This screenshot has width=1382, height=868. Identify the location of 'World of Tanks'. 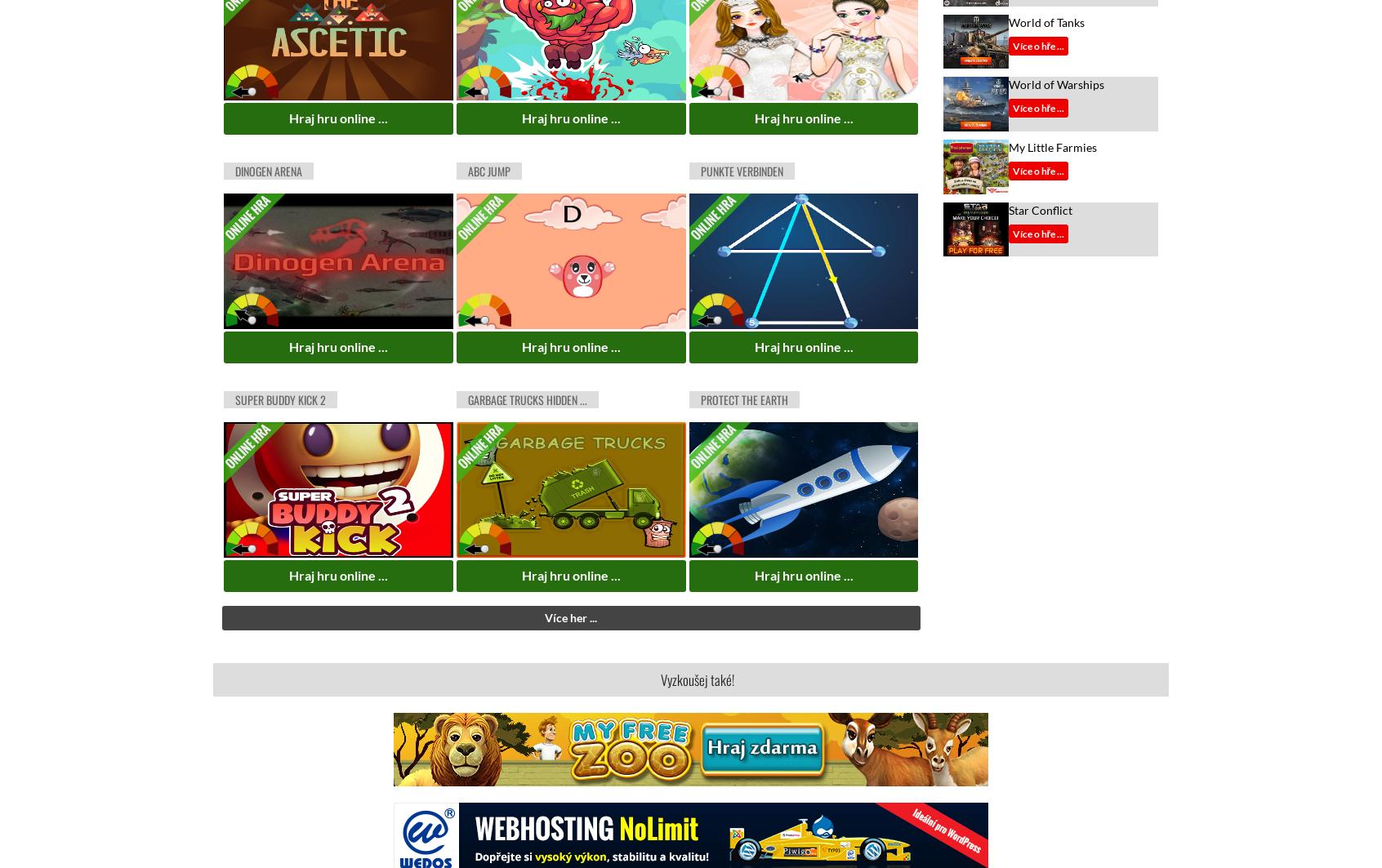
(1045, 21).